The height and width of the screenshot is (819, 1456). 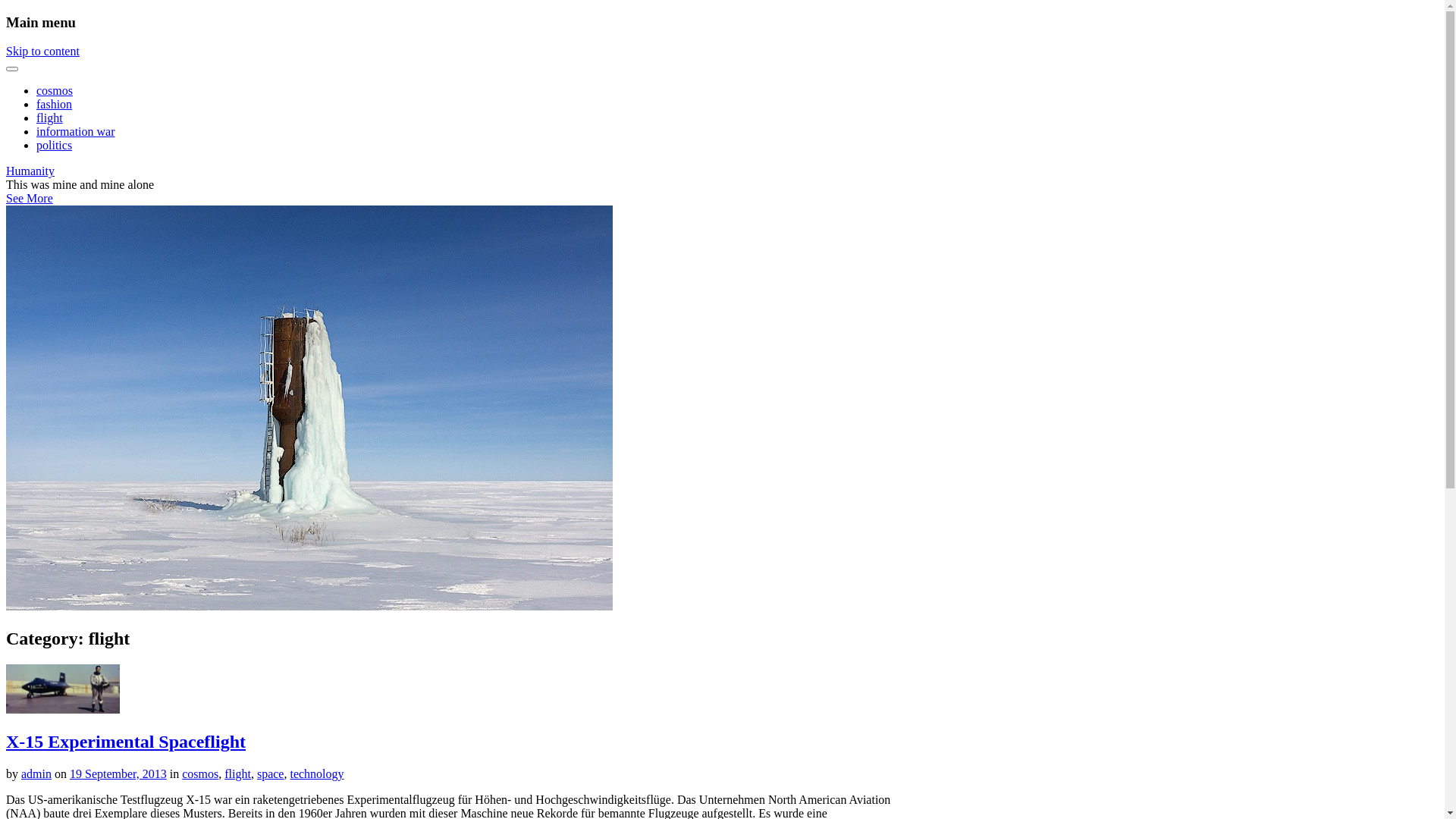 What do you see at coordinates (21, 773) in the screenshot?
I see `'admin'` at bounding box center [21, 773].